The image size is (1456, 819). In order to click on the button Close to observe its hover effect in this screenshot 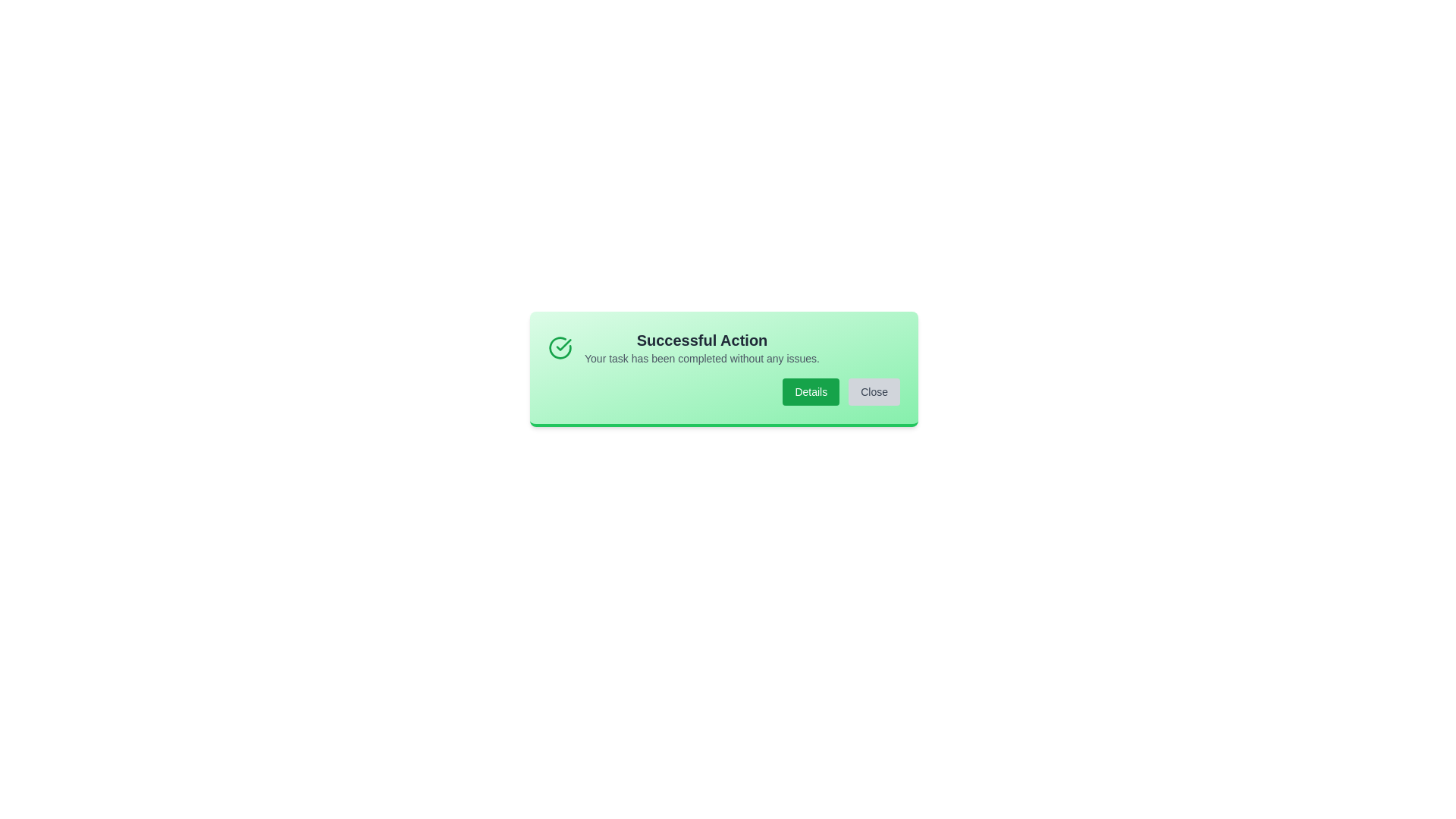, I will do `click(874, 391)`.